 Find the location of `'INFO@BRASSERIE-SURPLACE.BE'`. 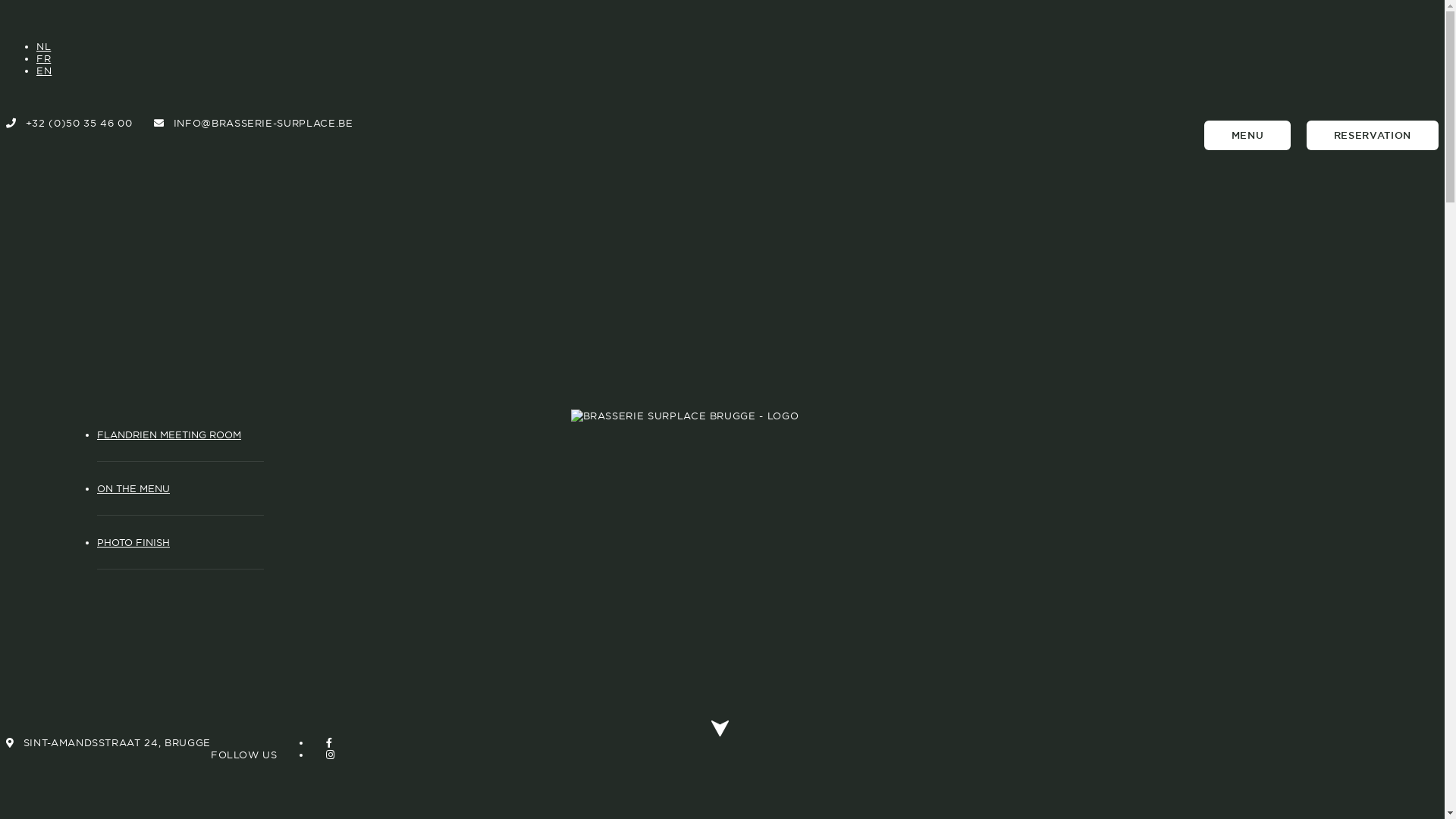

'INFO@BRASSERIE-SURPLACE.BE' is located at coordinates (253, 122).